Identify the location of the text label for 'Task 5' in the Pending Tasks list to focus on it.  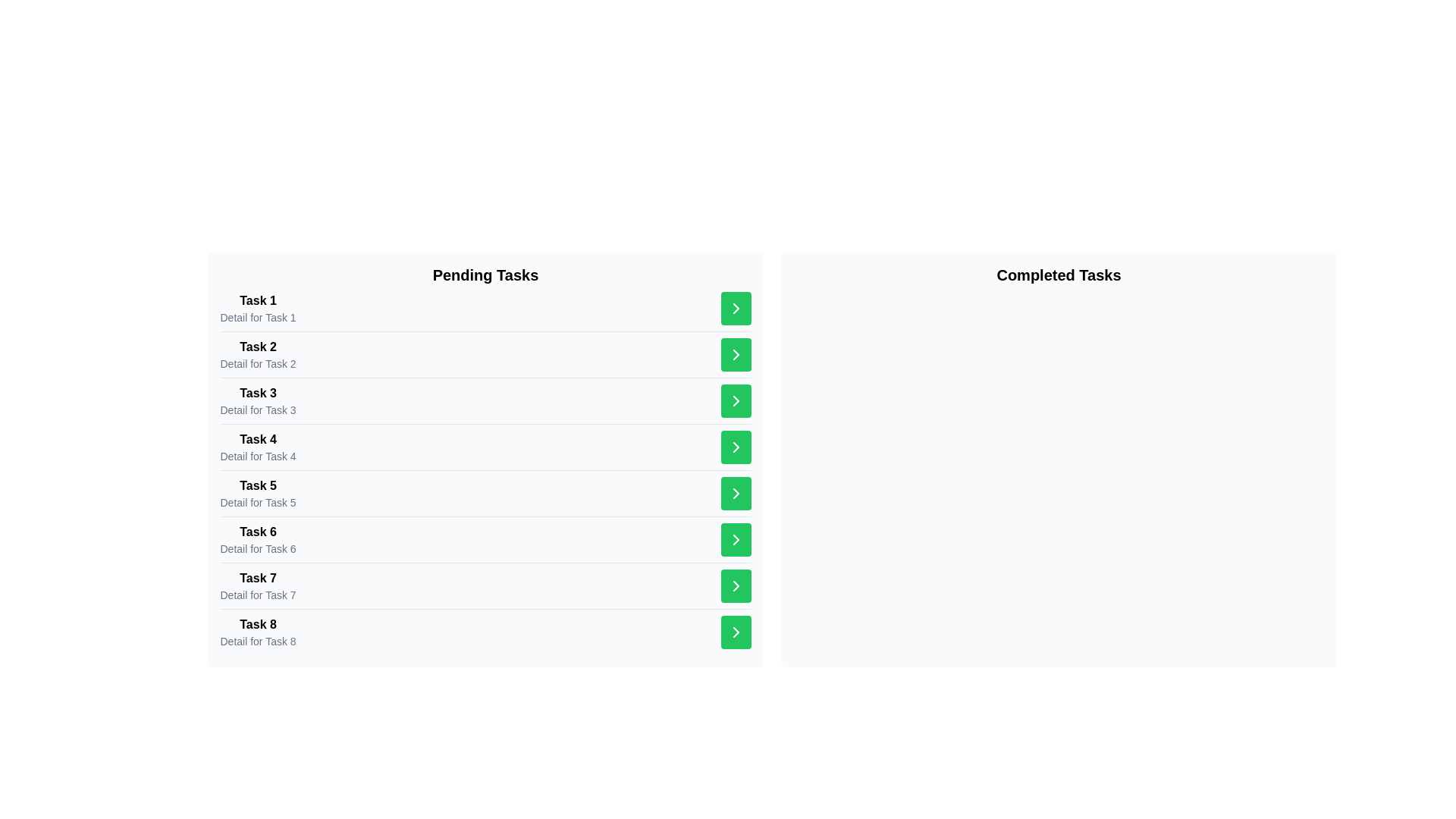
(258, 485).